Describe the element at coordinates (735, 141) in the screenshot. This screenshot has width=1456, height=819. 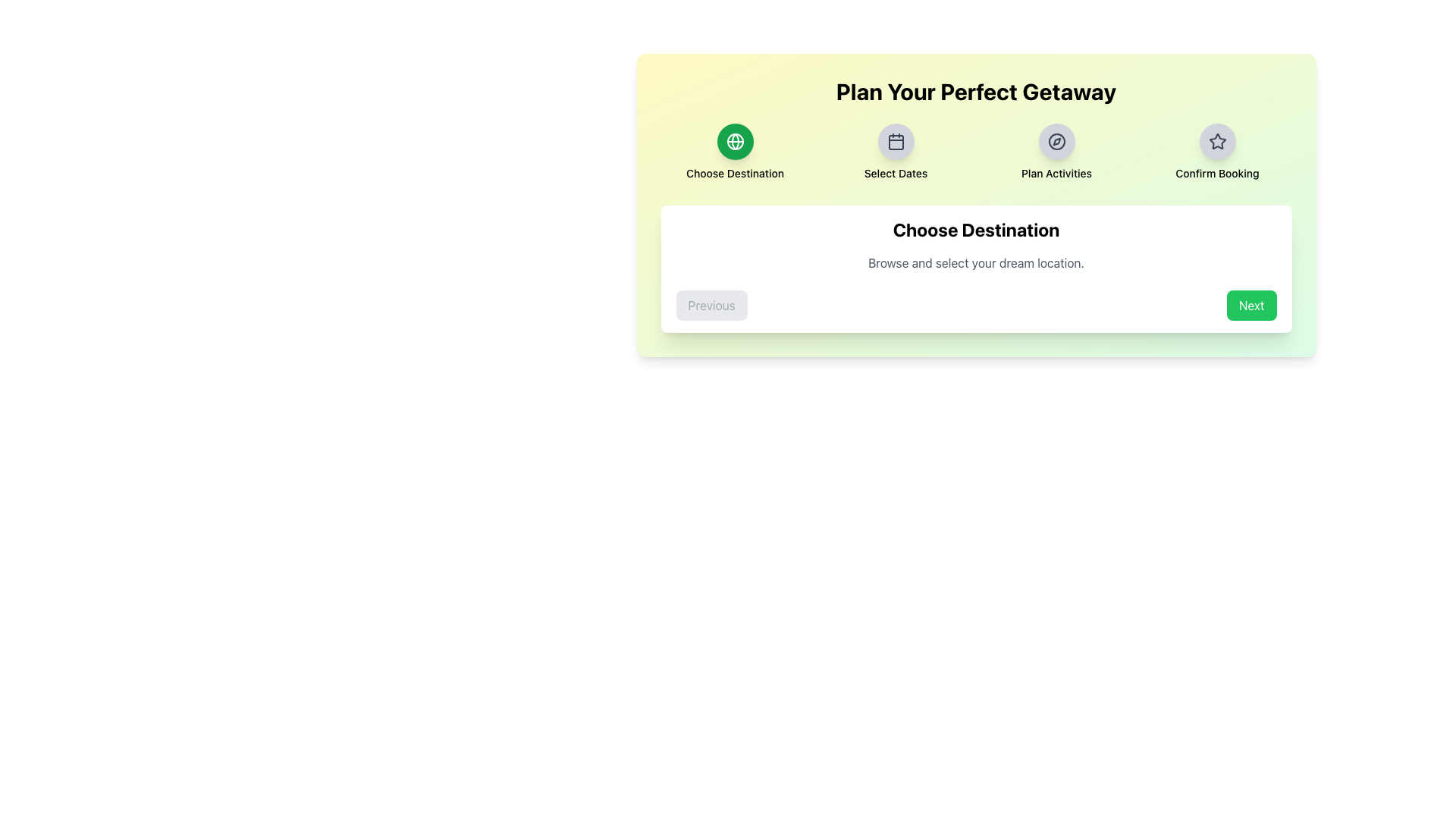
I see `the green filled SVG Circle that is part of the 'Choose Destination' section, located above the text 'Choose Destination.'` at that location.